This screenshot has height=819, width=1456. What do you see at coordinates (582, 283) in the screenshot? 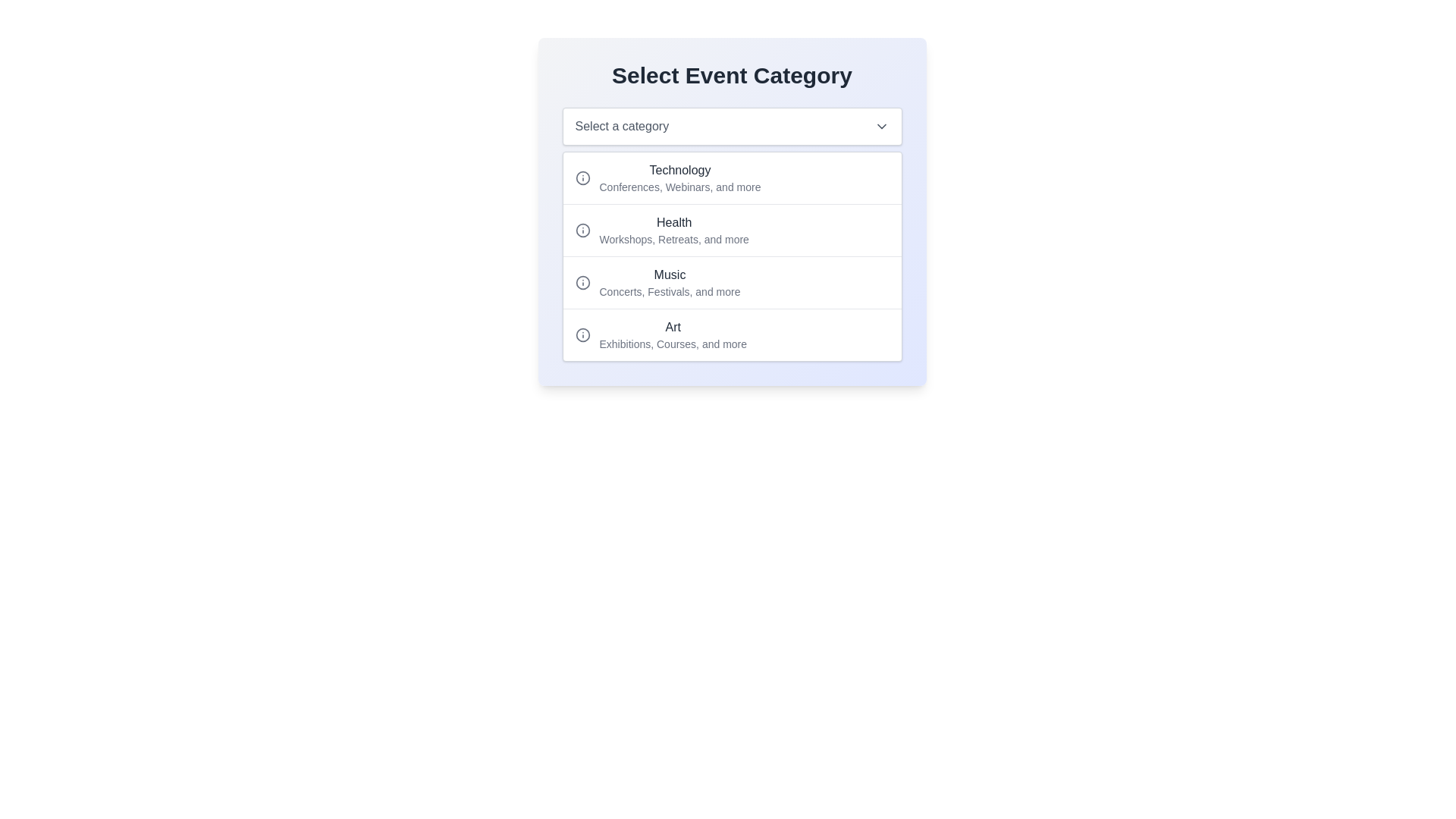
I see `the circular icon located to the left of the 'Music' option in the vertically arranged list of categories` at bounding box center [582, 283].